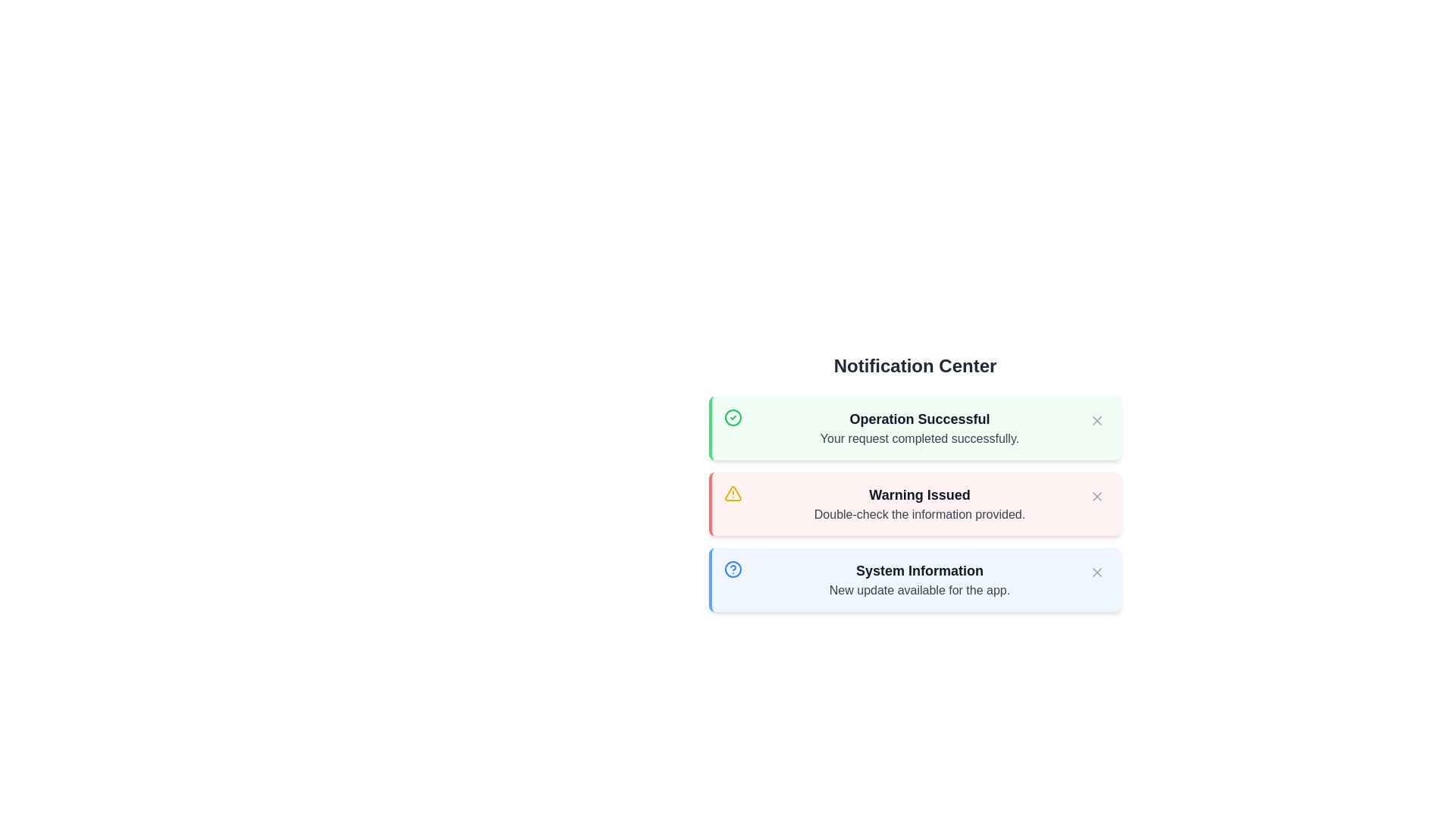  What do you see at coordinates (733, 570) in the screenshot?
I see `the circular outline of the question mark icon located within the 'System Information' notification card, which is the third card from the top` at bounding box center [733, 570].